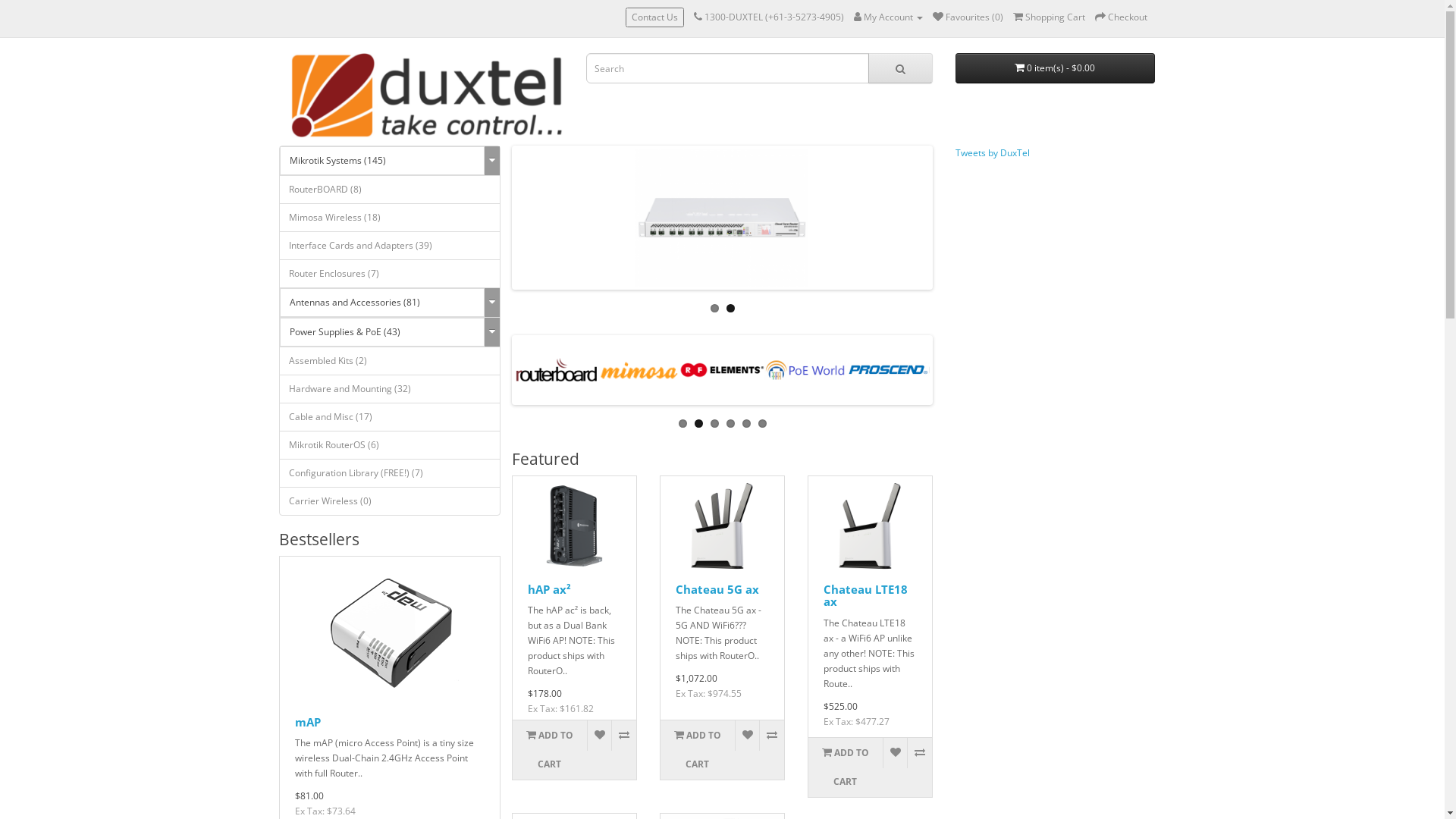  Describe the element at coordinates (279, 302) in the screenshot. I see `'Antennas and Accessories (81)'` at that location.